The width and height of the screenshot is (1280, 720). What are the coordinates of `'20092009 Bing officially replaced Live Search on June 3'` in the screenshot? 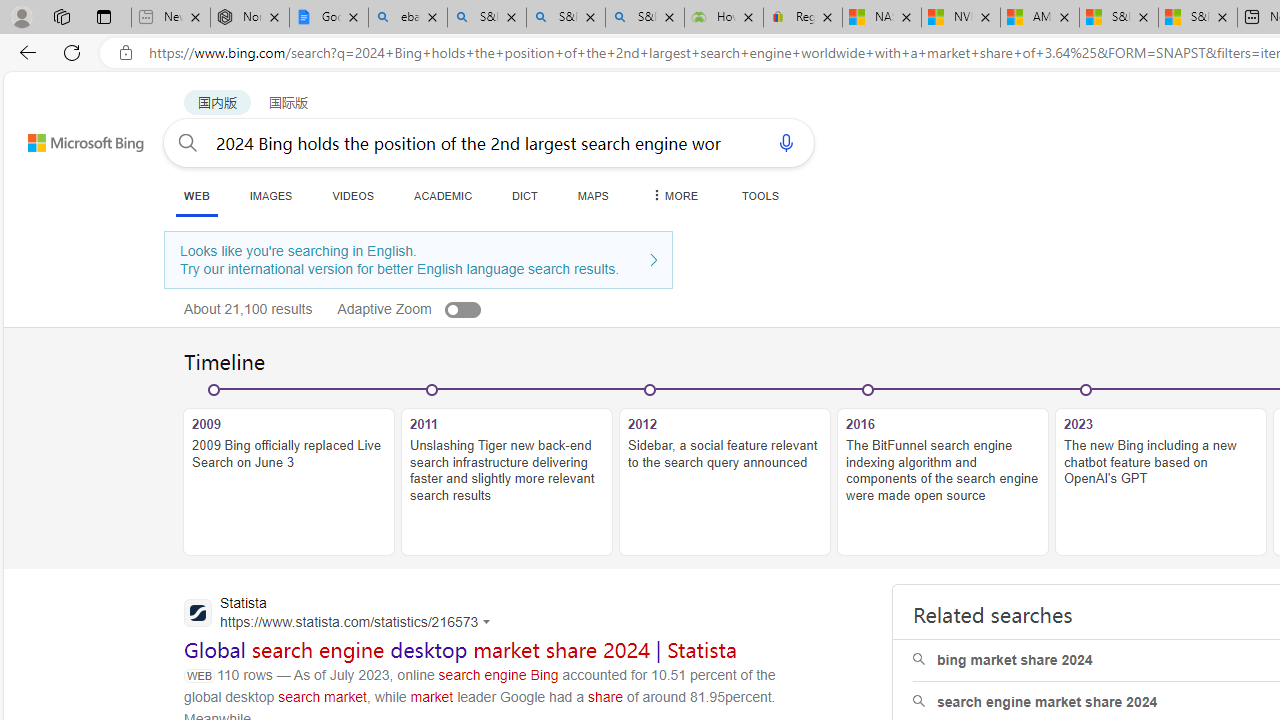 It's located at (288, 471).